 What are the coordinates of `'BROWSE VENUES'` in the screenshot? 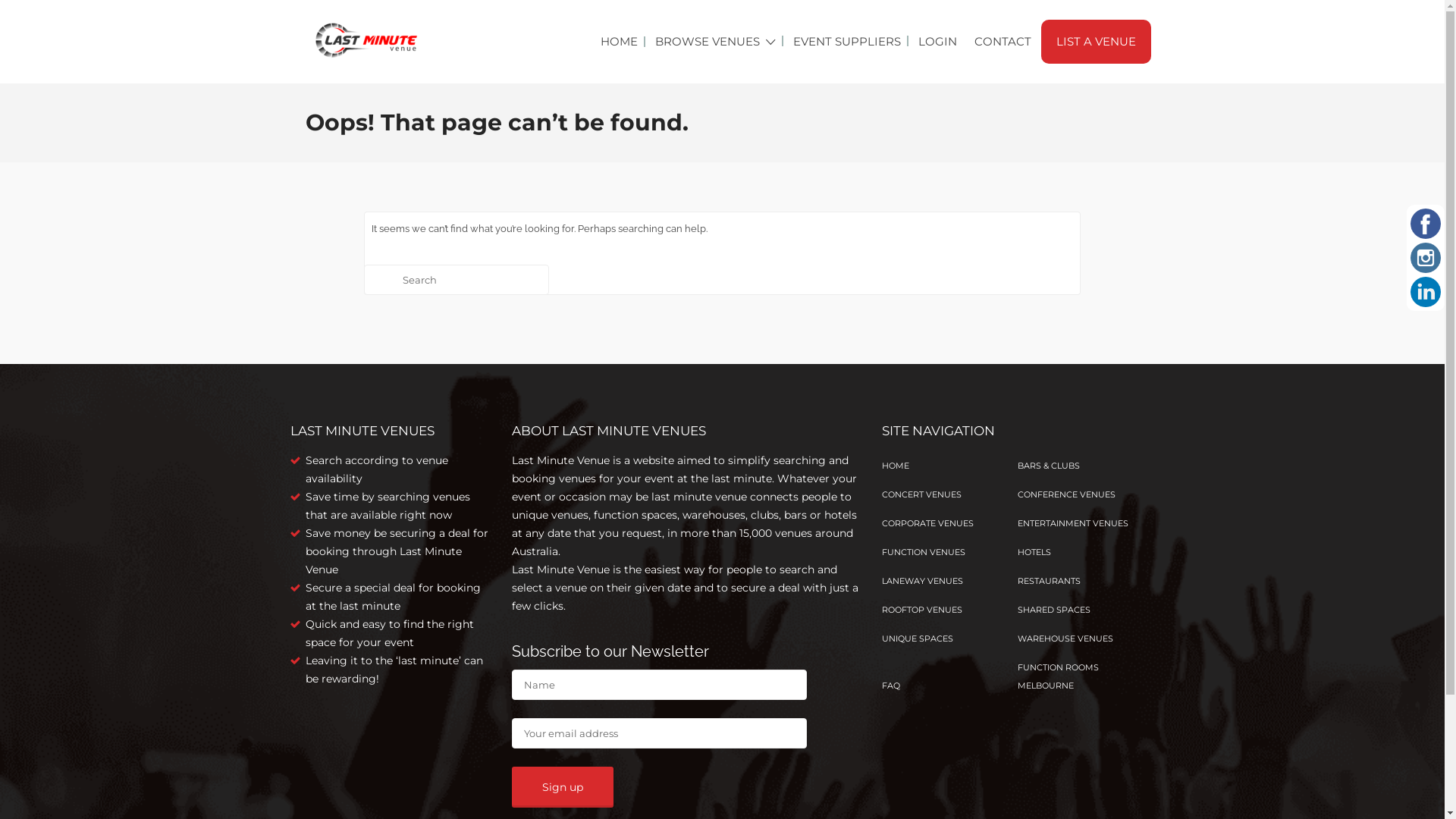 It's located at (706, 40).